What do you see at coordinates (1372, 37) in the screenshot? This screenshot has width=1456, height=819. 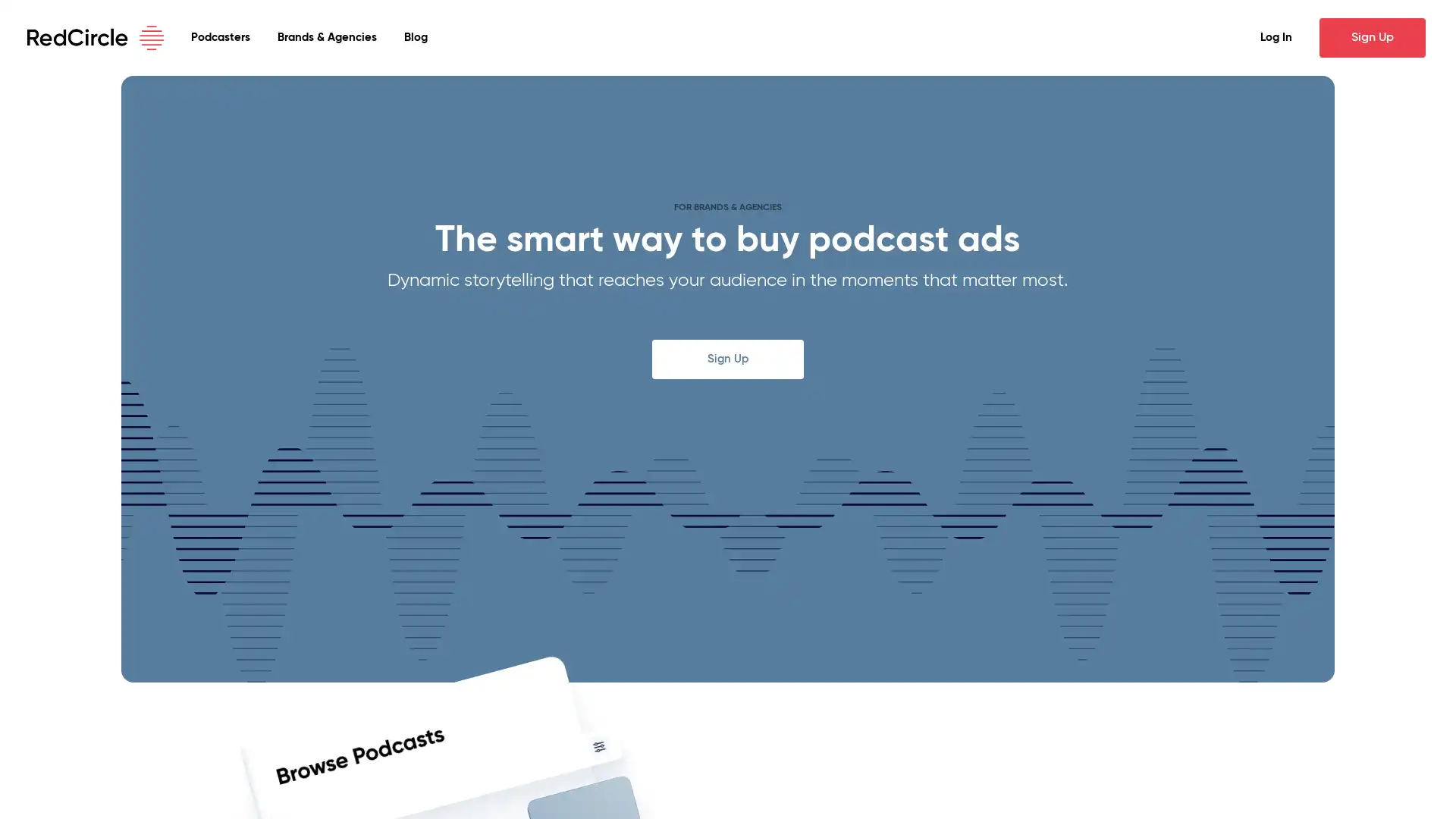 I see `Sign Up` at bounding box center [1372, 37].